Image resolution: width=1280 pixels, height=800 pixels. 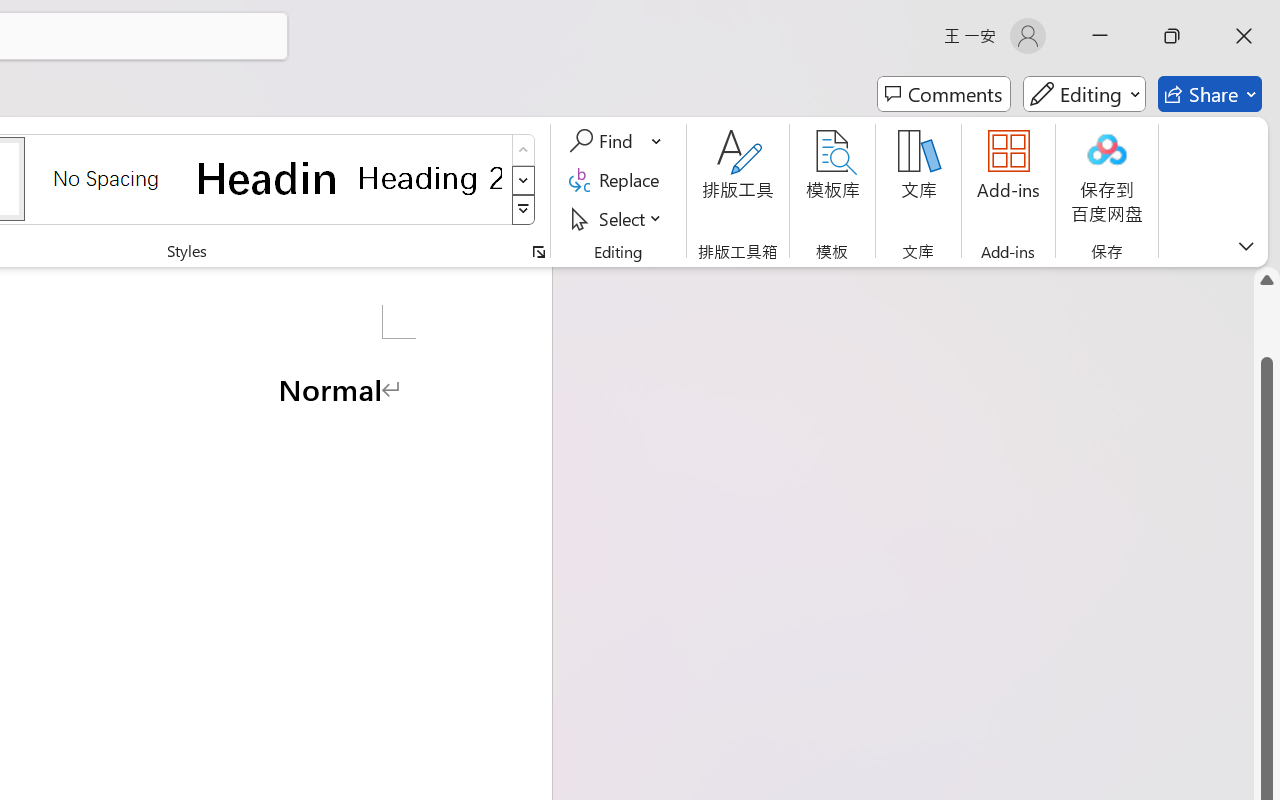 I want to click on 'Heading 2', so click(x=429, y=177).